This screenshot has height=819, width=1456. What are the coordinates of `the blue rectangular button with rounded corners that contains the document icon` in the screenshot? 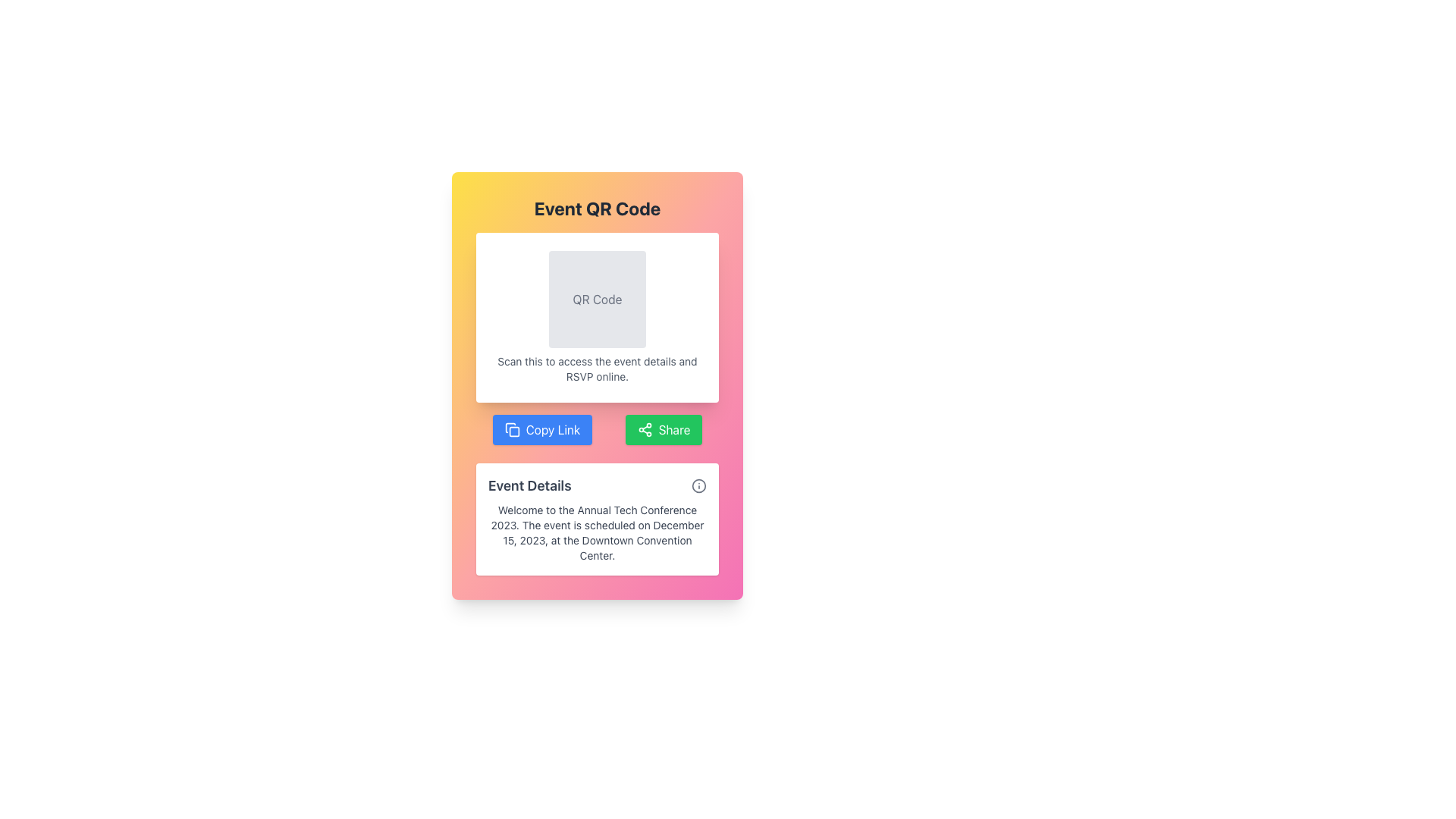 It's located at (512, 430).